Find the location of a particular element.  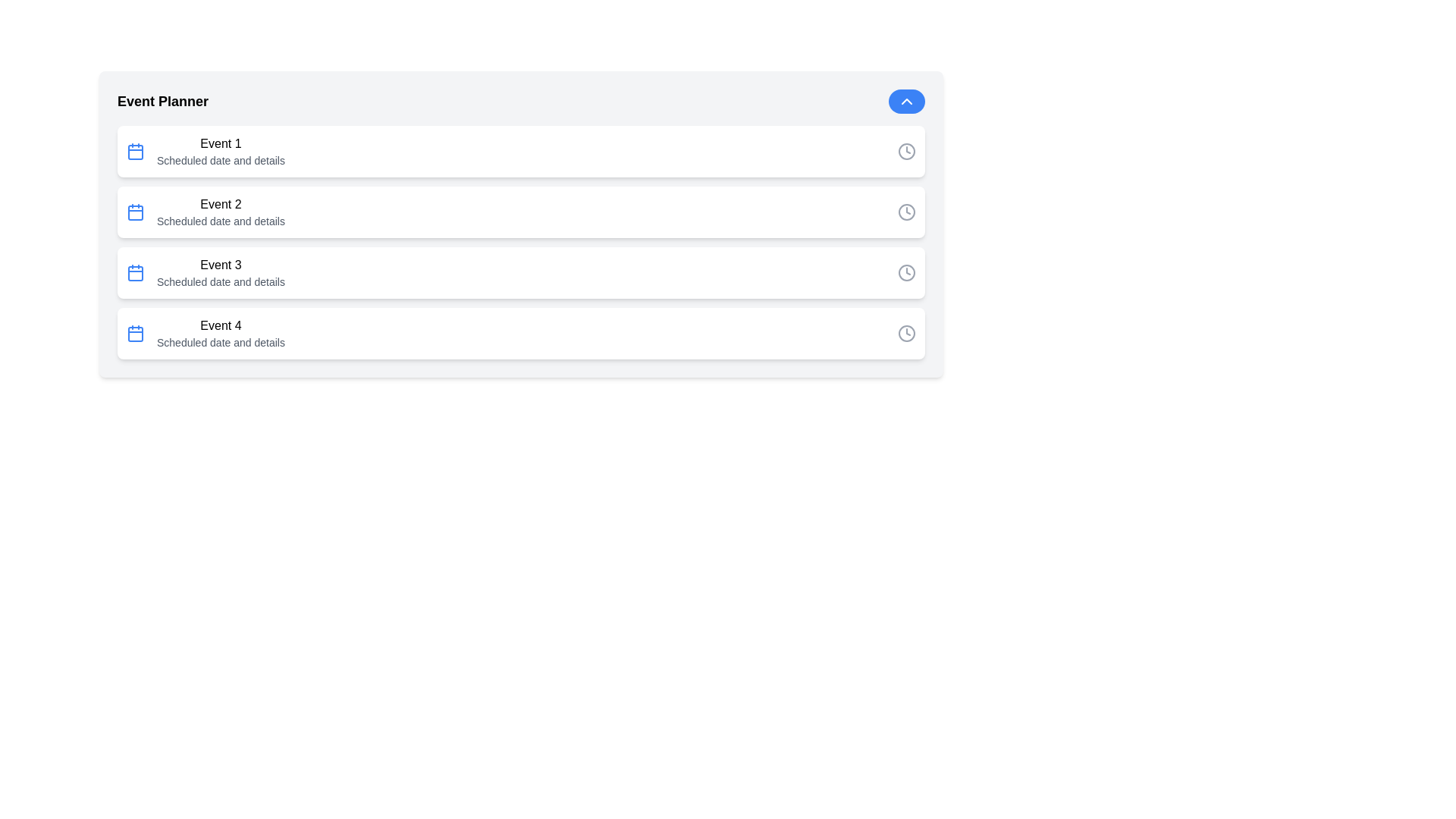

the clock icon located at the far-right end of the 'Event 2' row in the Event Planner, which features a circular outline with clock hands pointing towards 6 and 2 is located at coordinates (906, 212).